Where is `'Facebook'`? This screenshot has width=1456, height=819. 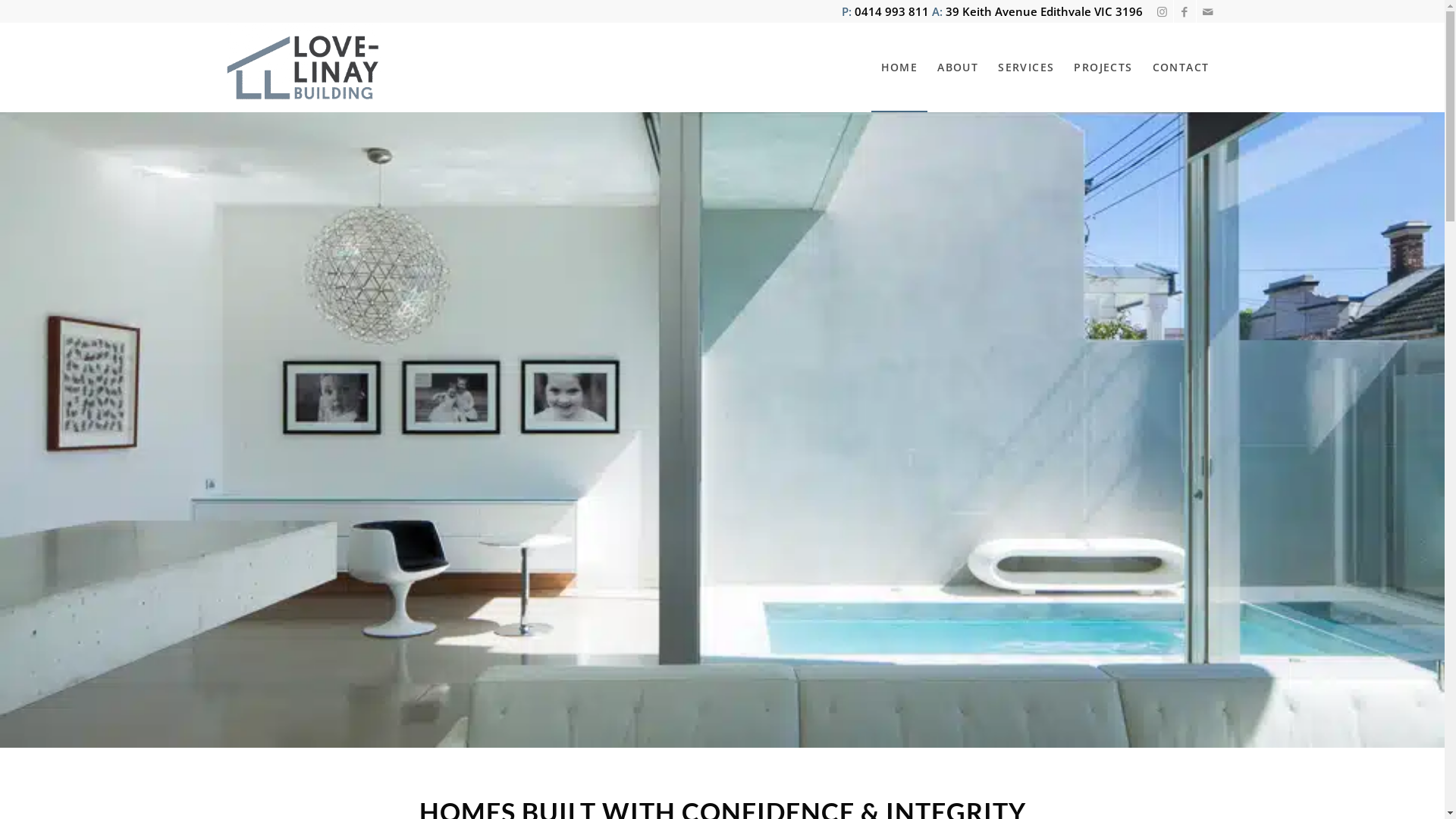
'Facebook' is located at coordinates (1173, 11).